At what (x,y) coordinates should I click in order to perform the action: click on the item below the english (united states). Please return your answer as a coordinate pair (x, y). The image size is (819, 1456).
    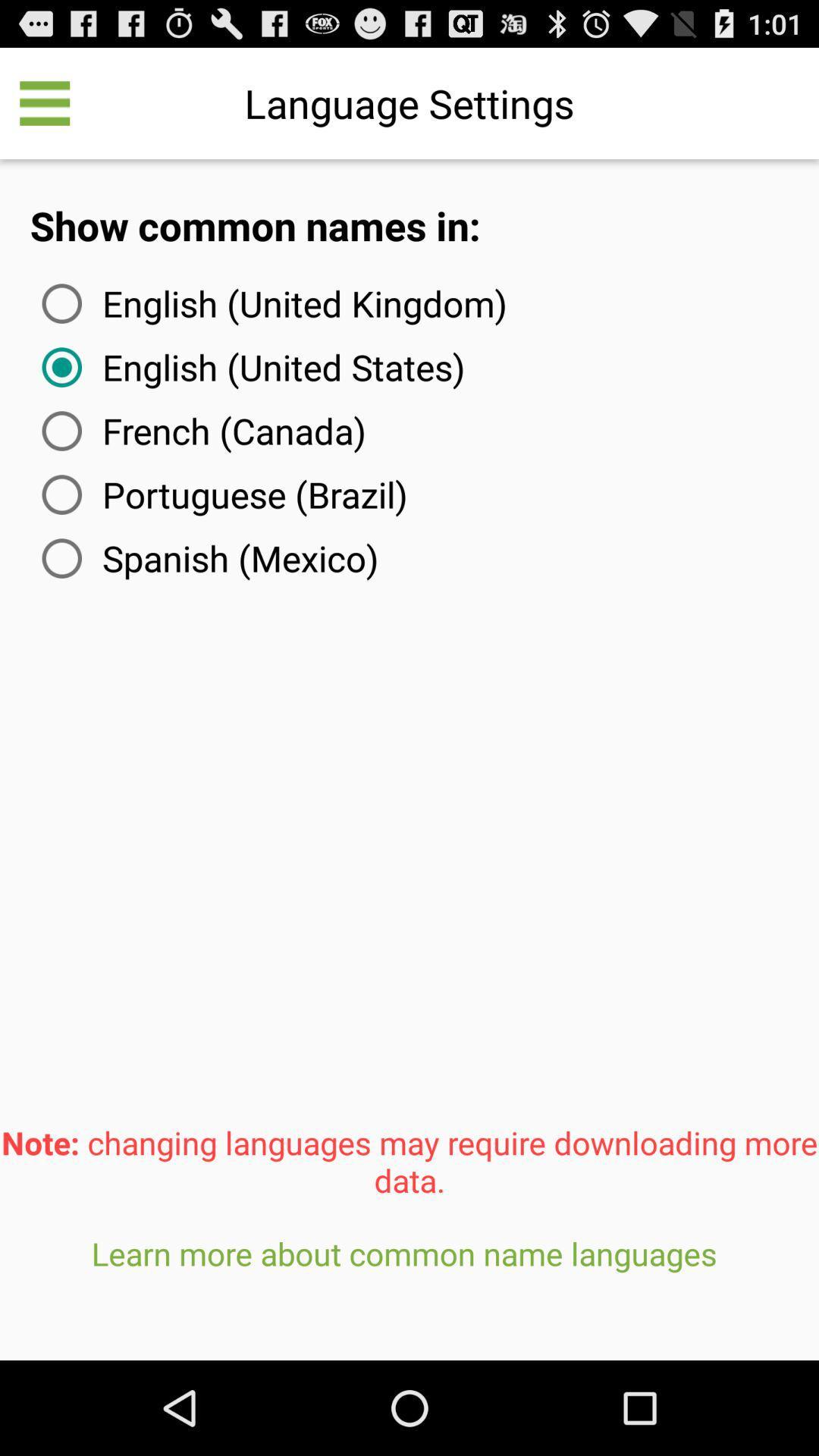
    Looking at the image, I should click on (200, 430).